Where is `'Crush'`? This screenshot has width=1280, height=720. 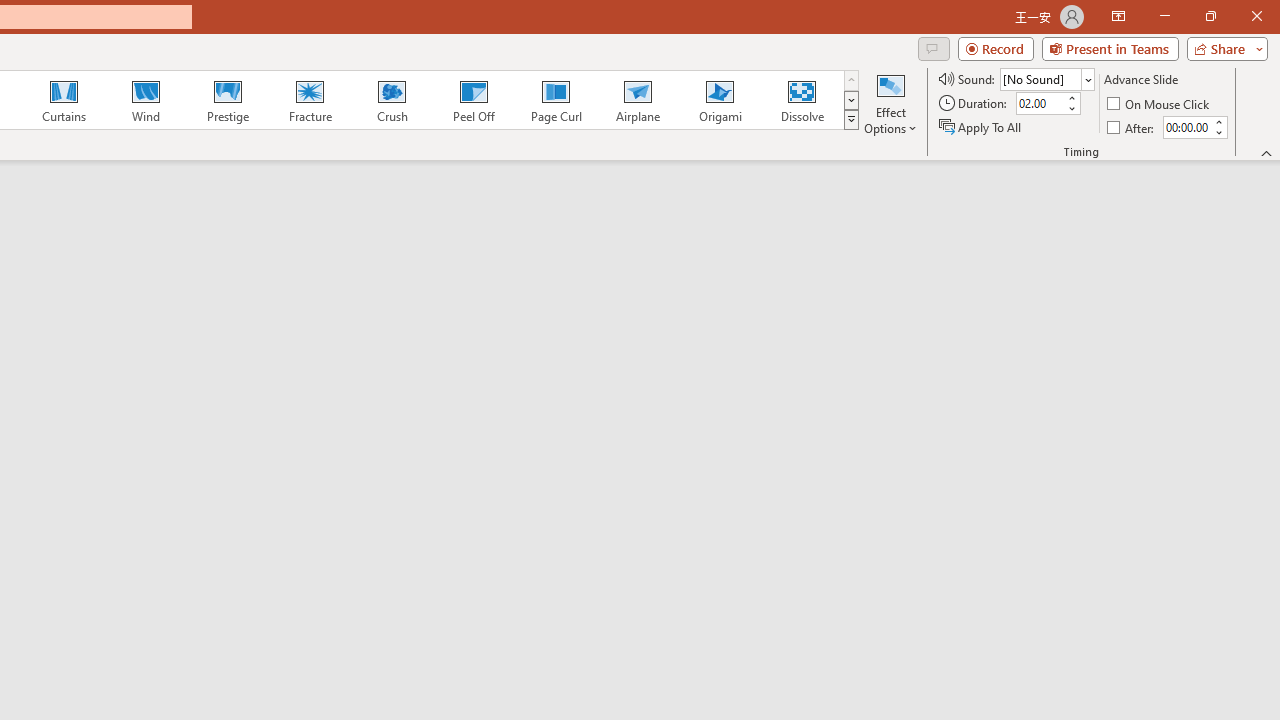
'Crush' is located at coordinates (391, 100).